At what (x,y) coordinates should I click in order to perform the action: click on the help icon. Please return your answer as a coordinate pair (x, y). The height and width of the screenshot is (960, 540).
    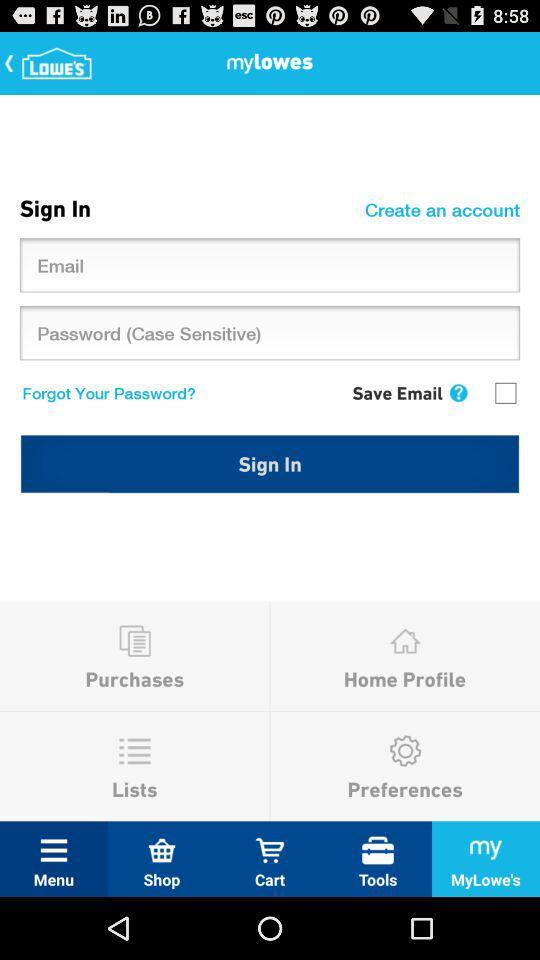
    Looking at the image, I should click on (458, 419).